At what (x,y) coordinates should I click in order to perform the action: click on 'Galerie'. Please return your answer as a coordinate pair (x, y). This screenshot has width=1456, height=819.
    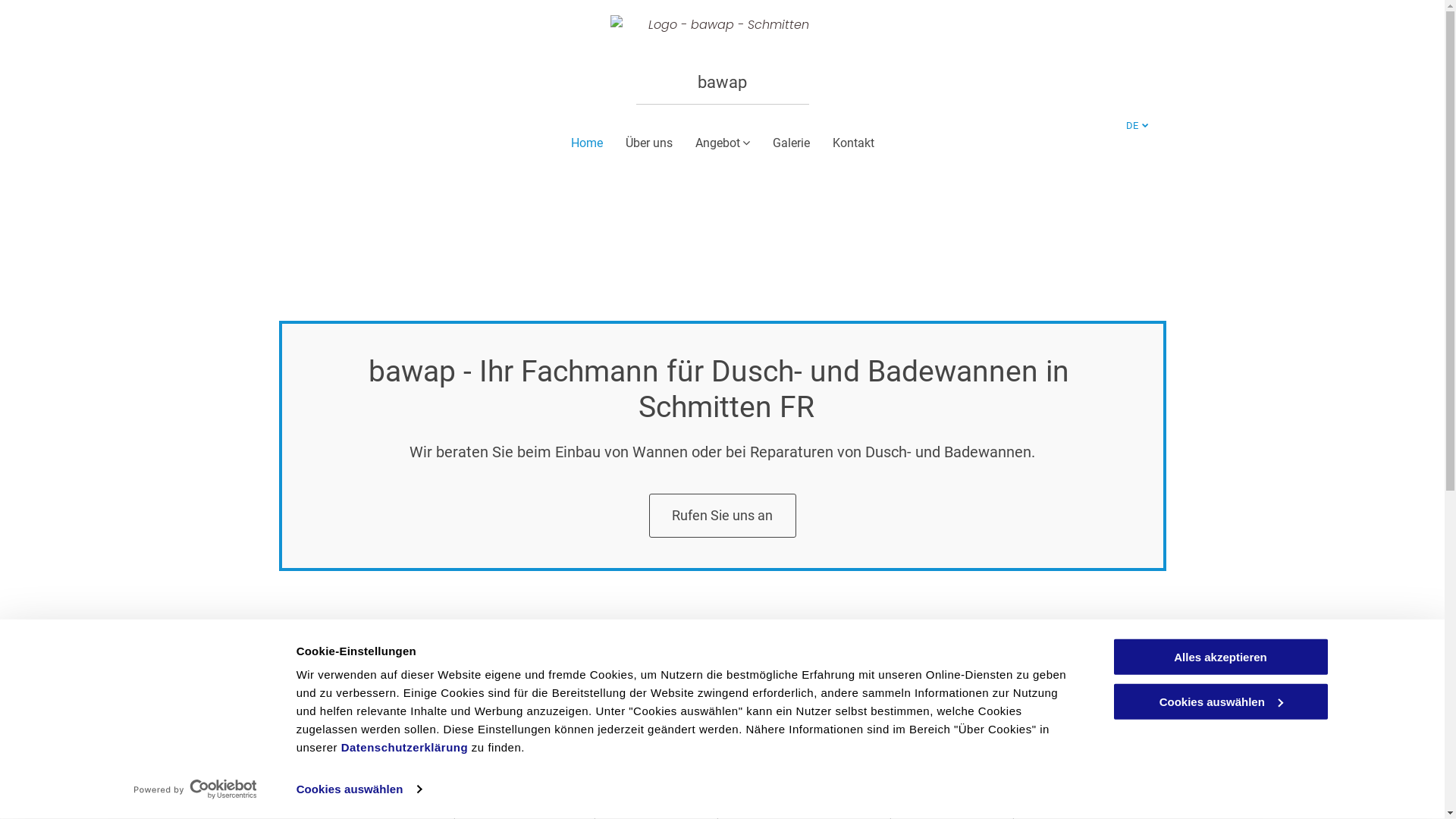
    Looking at the image, I should click on (789, 143).